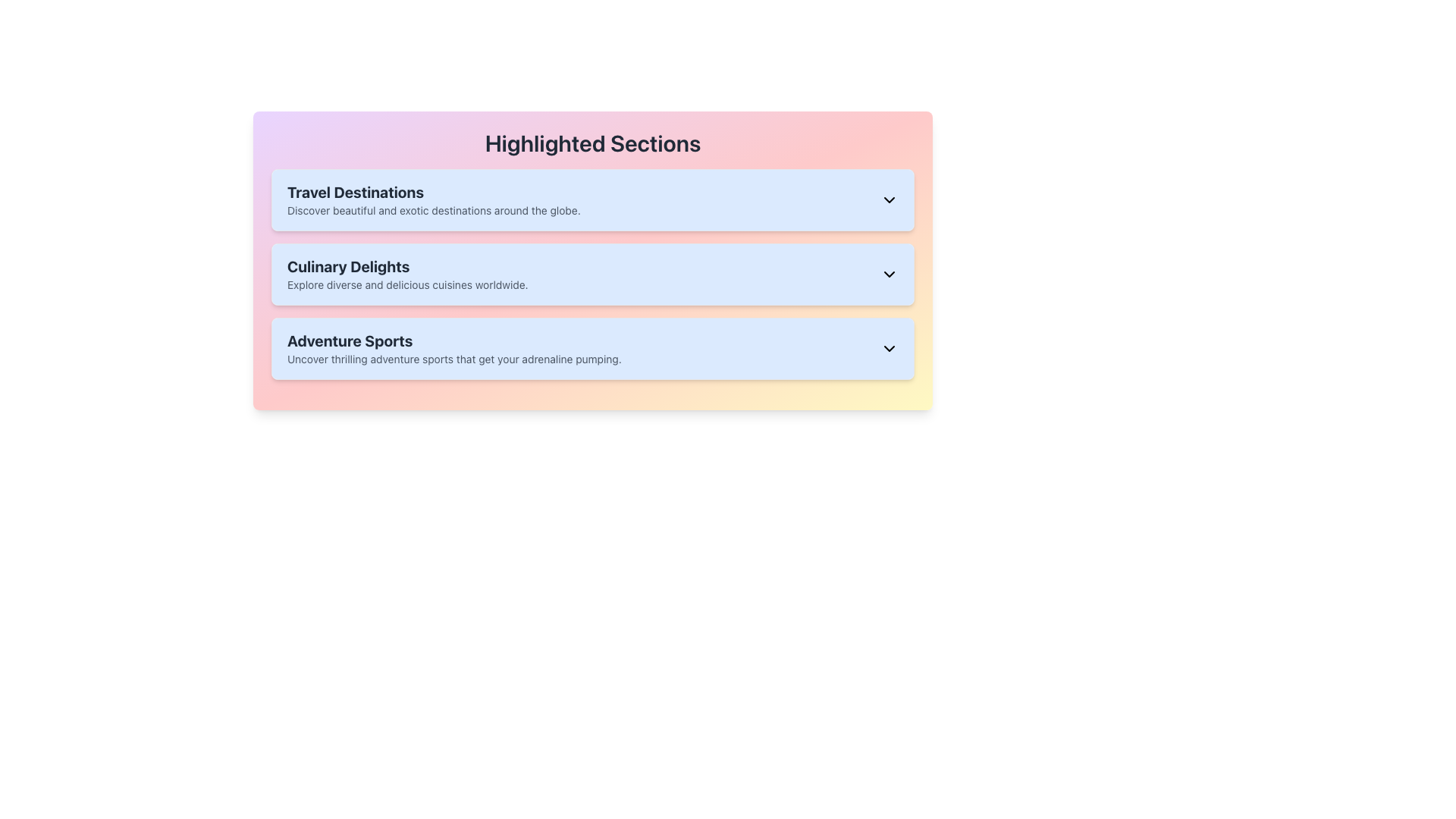 Image resolution: width=1456 pixels, height=819 pixels. I want to click on the second chevron icon on the right side of the 'Culinary Delights' section, so click(889, 275).